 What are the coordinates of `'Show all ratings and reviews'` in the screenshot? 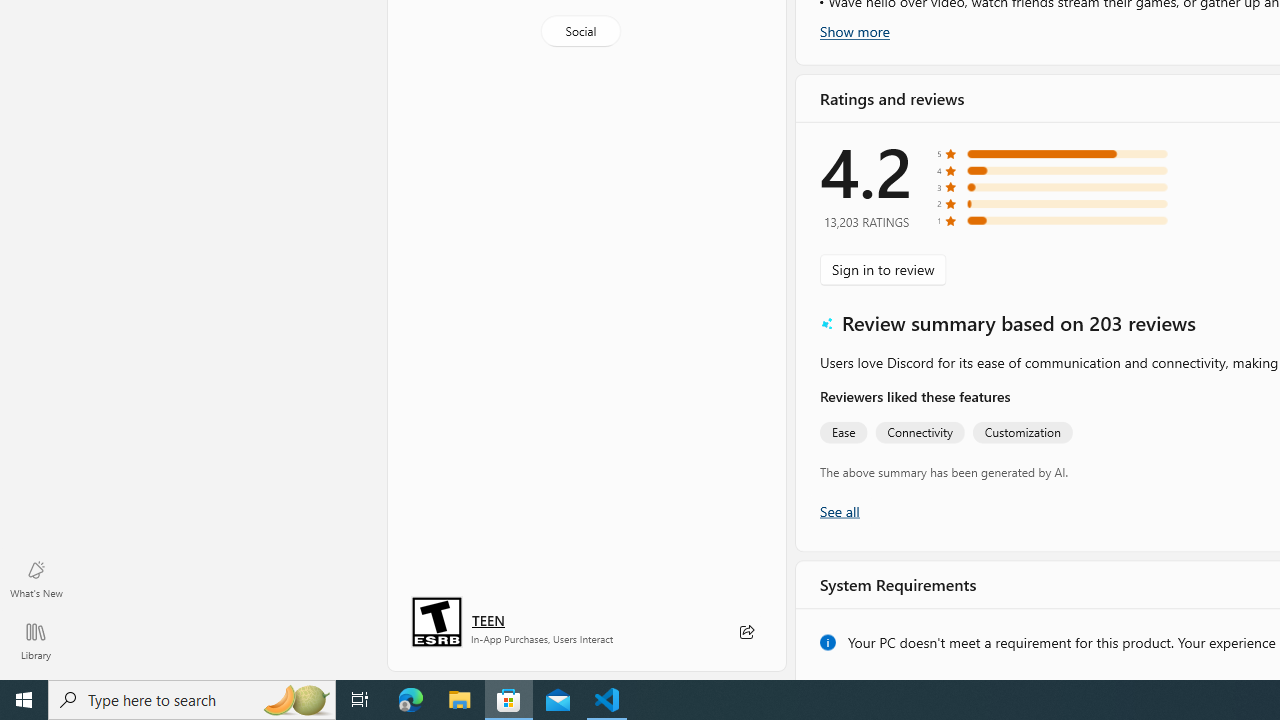 It's located at (839, 528).